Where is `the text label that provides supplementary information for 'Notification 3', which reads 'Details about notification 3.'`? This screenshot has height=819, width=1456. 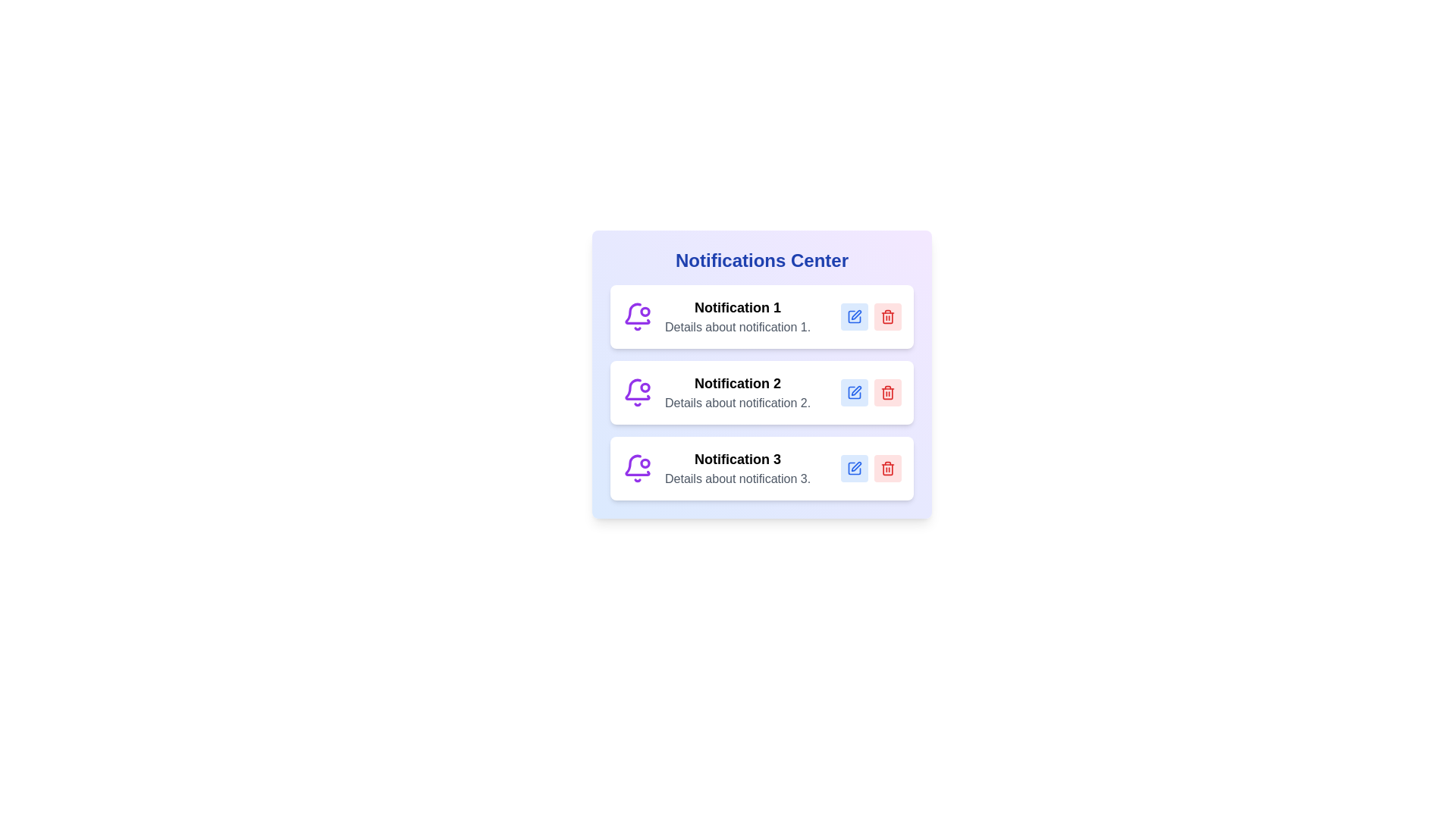
the text label that provides supplementary information for 'Notification 3', which reads 'Details about notification 3.' is located at coordinates (738, 479).